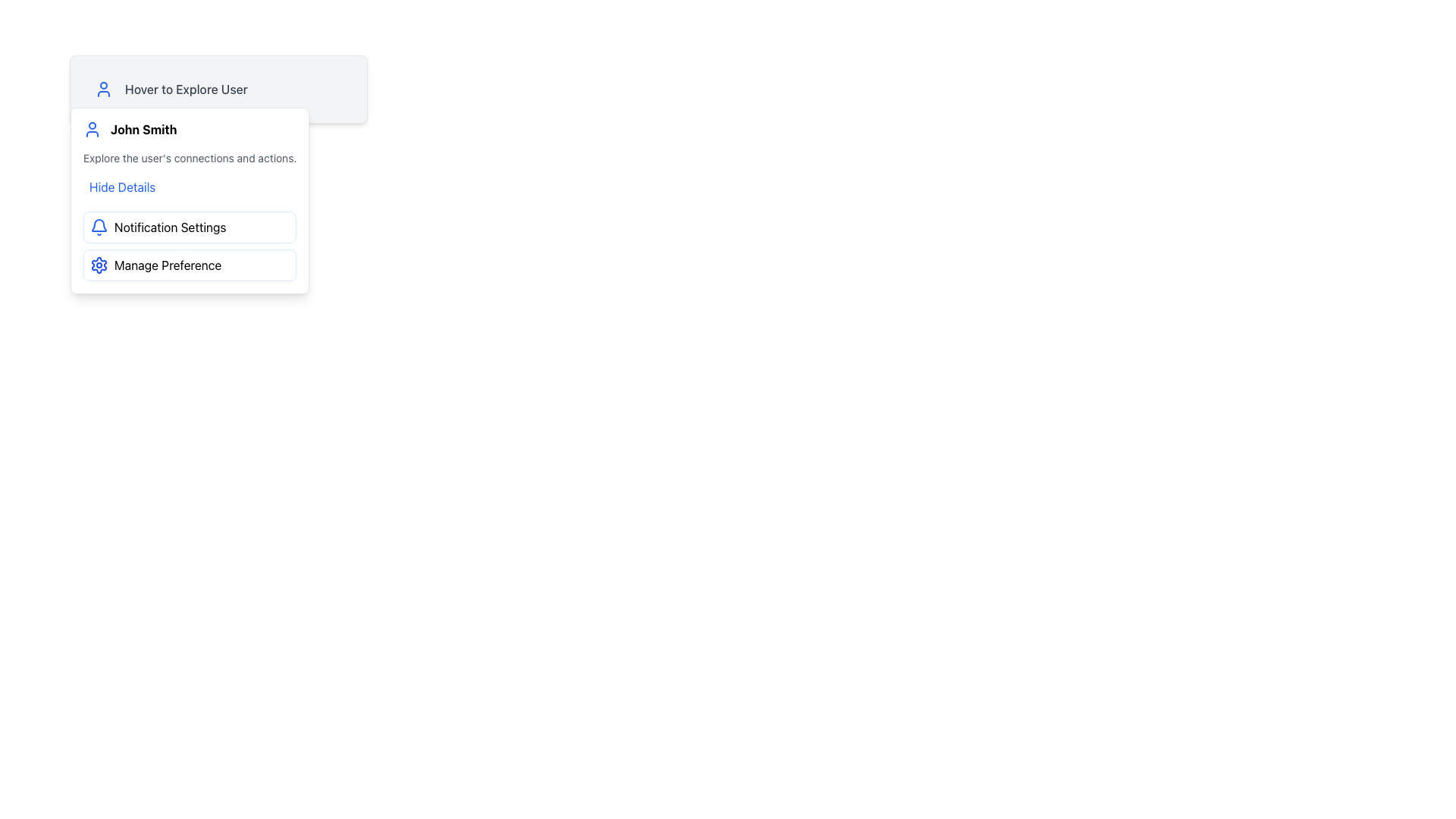  Describe the element at coordinates (189, 158) in the screenshot. I see `the Text label that provides information related to 'John Smith', located within the white popup card below the title 'John Smith' and above the button-like text 'Hide Details'` at that location.